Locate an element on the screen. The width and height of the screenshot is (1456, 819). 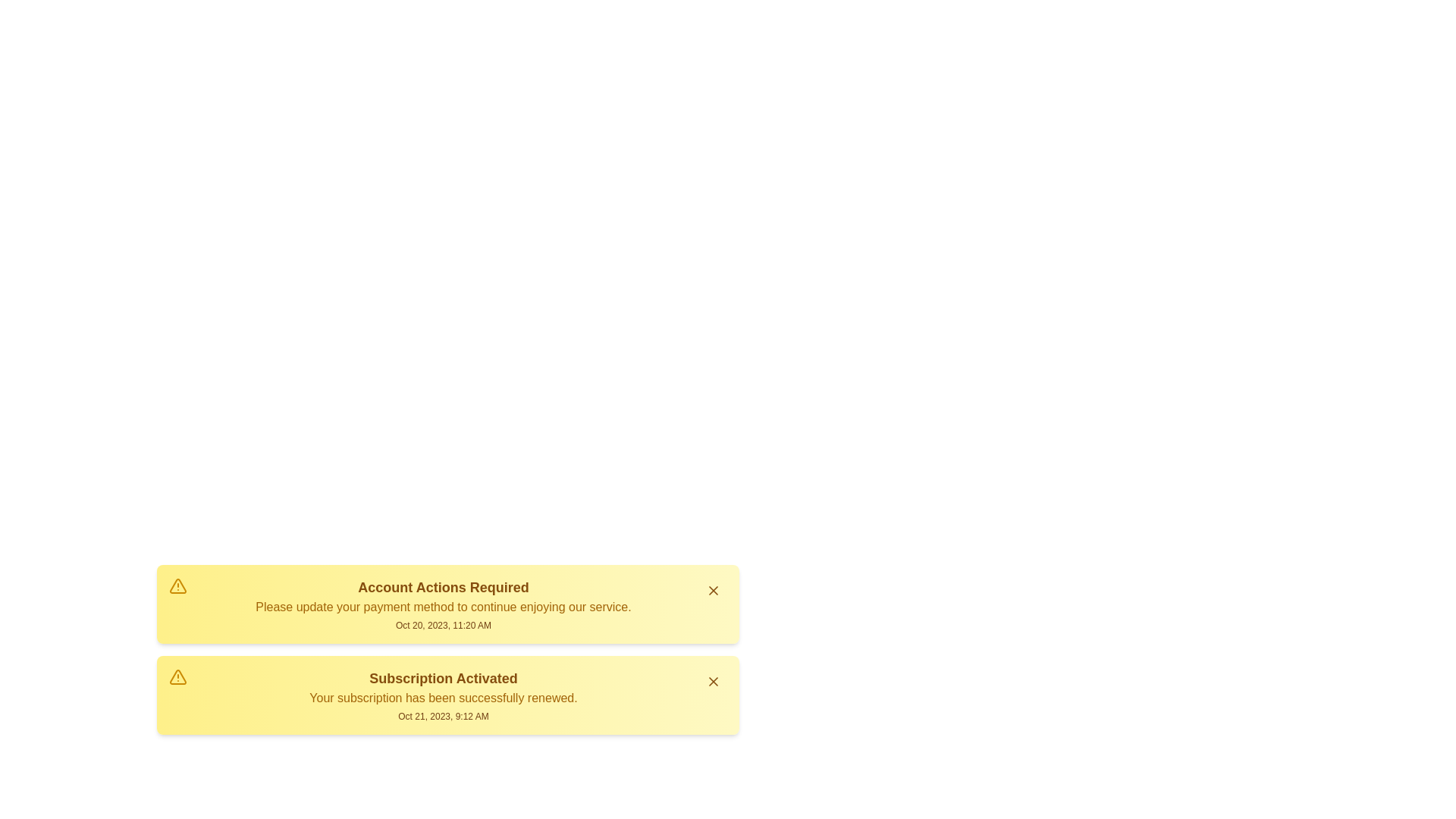
the warning icon to understand its functionality is located at coordinates (178, 585).